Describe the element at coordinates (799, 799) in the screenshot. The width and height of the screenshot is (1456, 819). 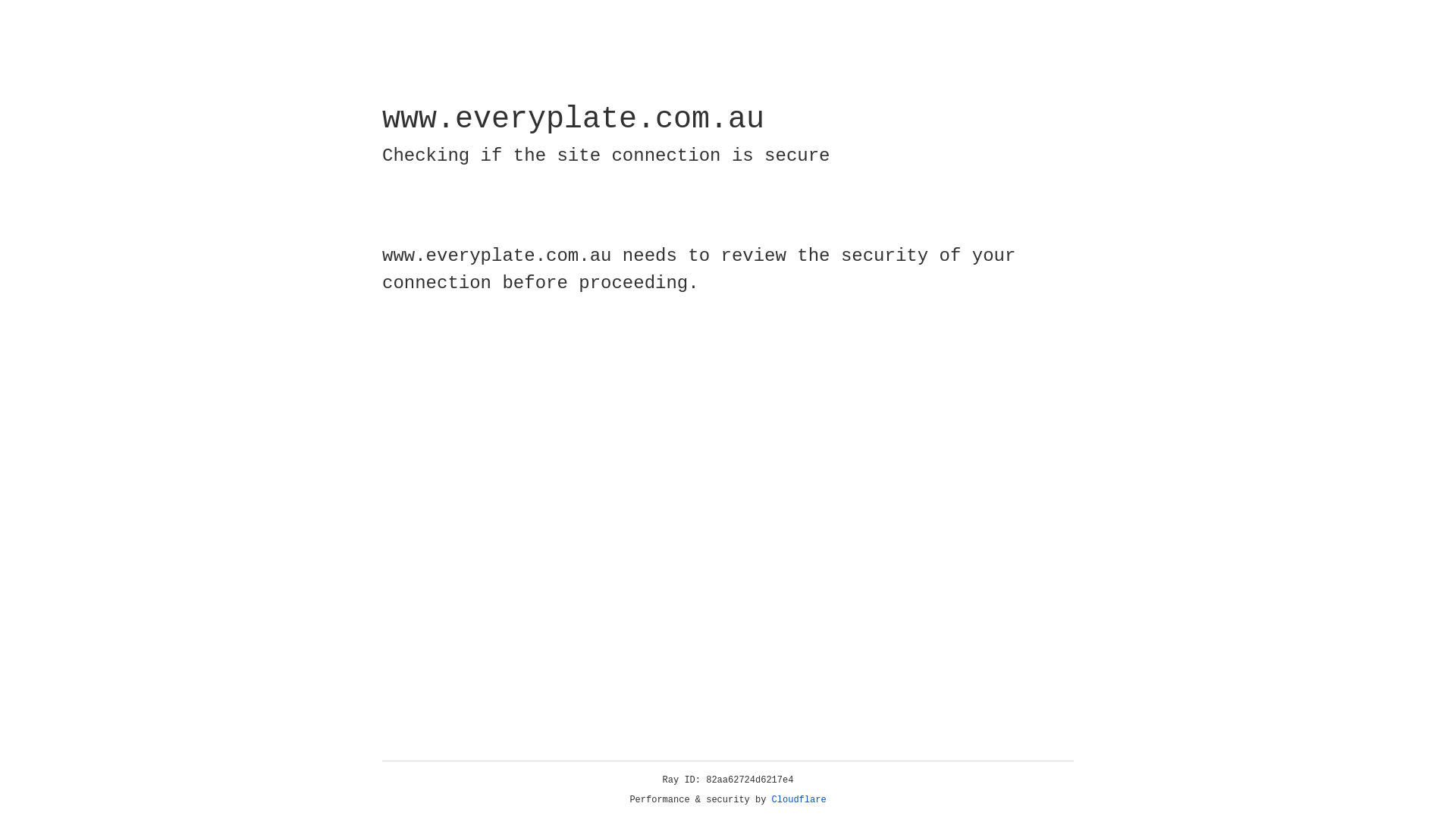
I see `'Cloudflare'` at that location.